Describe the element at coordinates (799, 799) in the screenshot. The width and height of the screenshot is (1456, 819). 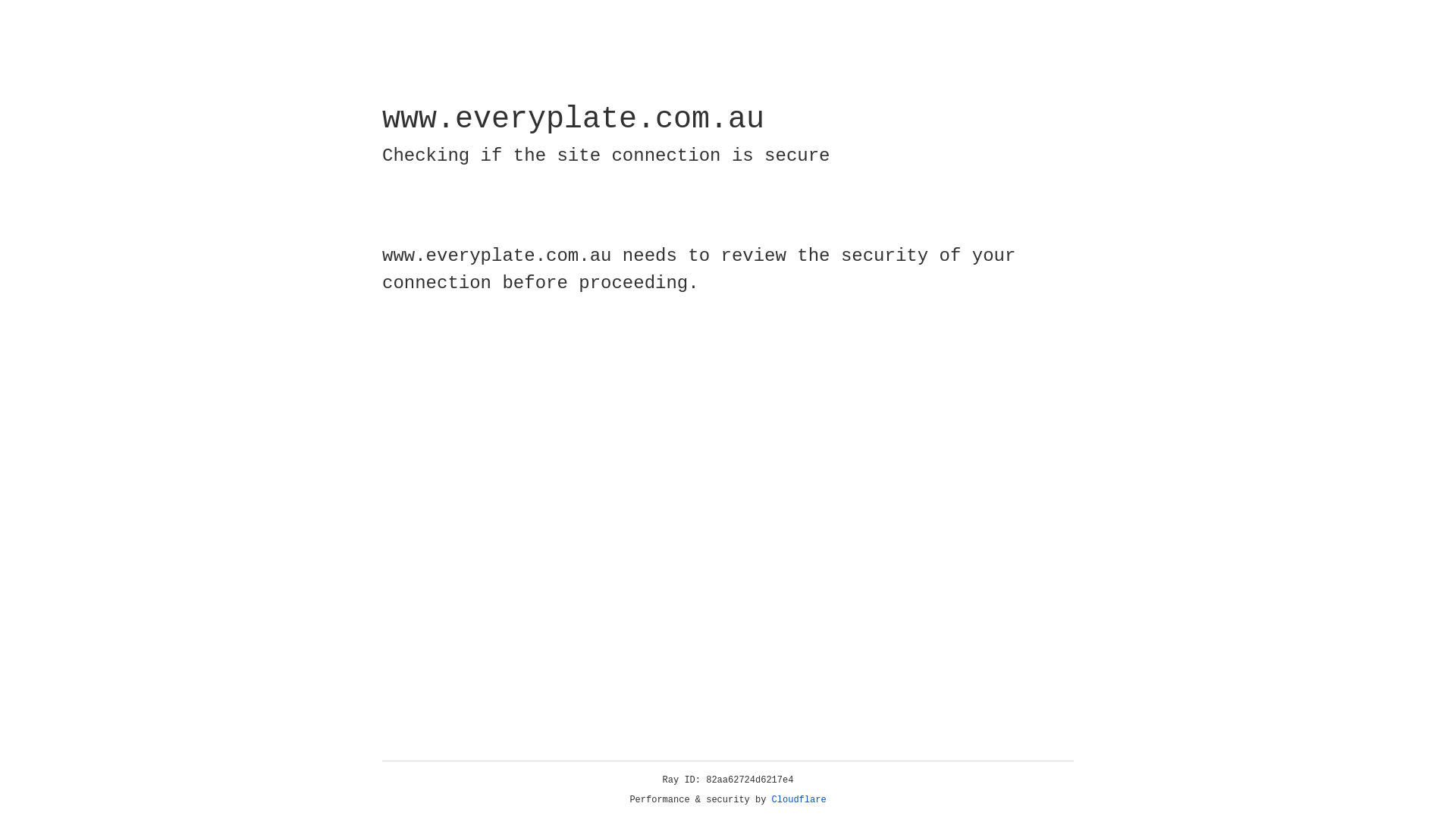
I see `'Cloudflare'` at that location.